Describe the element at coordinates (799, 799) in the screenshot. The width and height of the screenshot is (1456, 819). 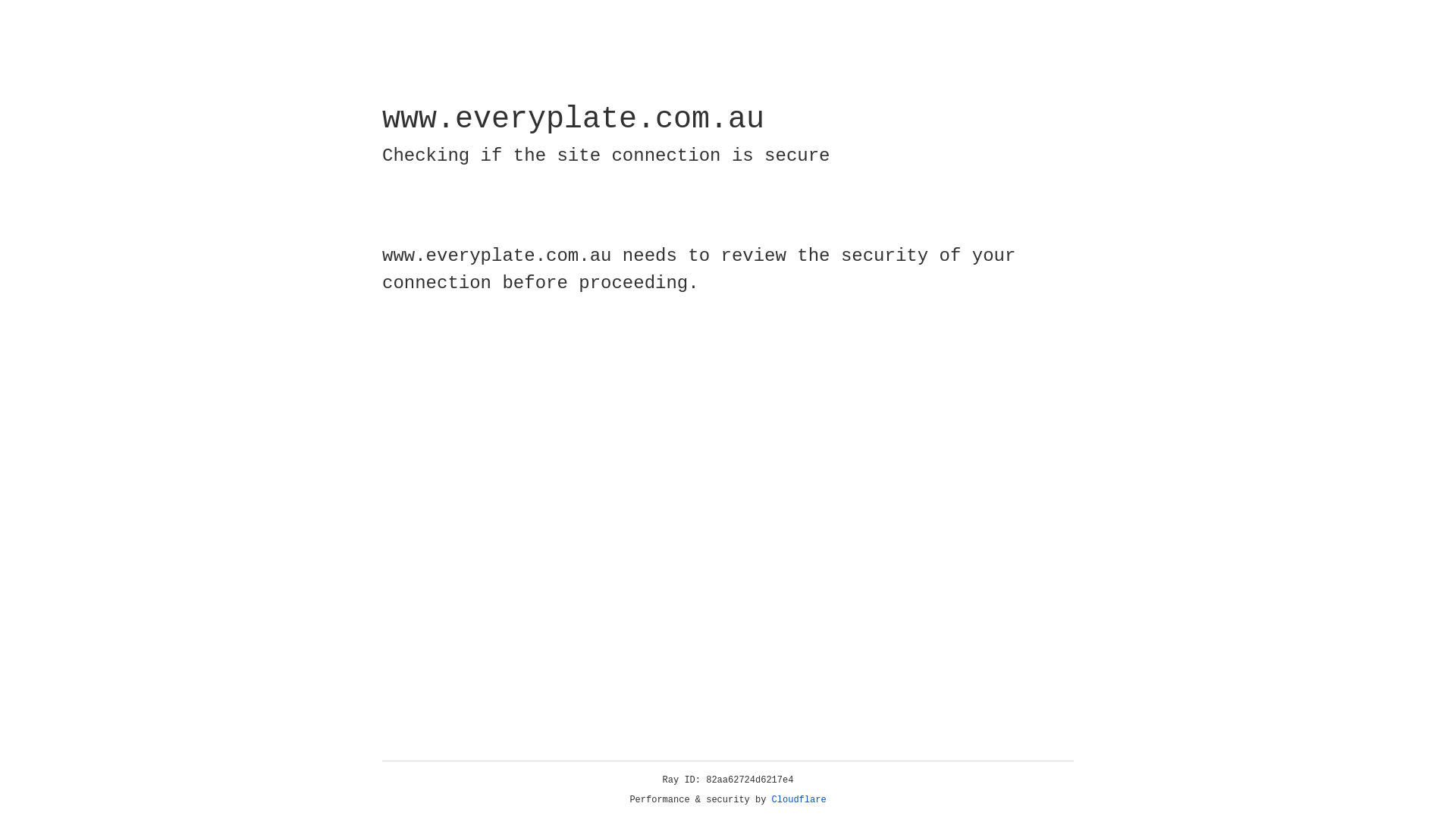
I see `'Cloudflare'` at that location.